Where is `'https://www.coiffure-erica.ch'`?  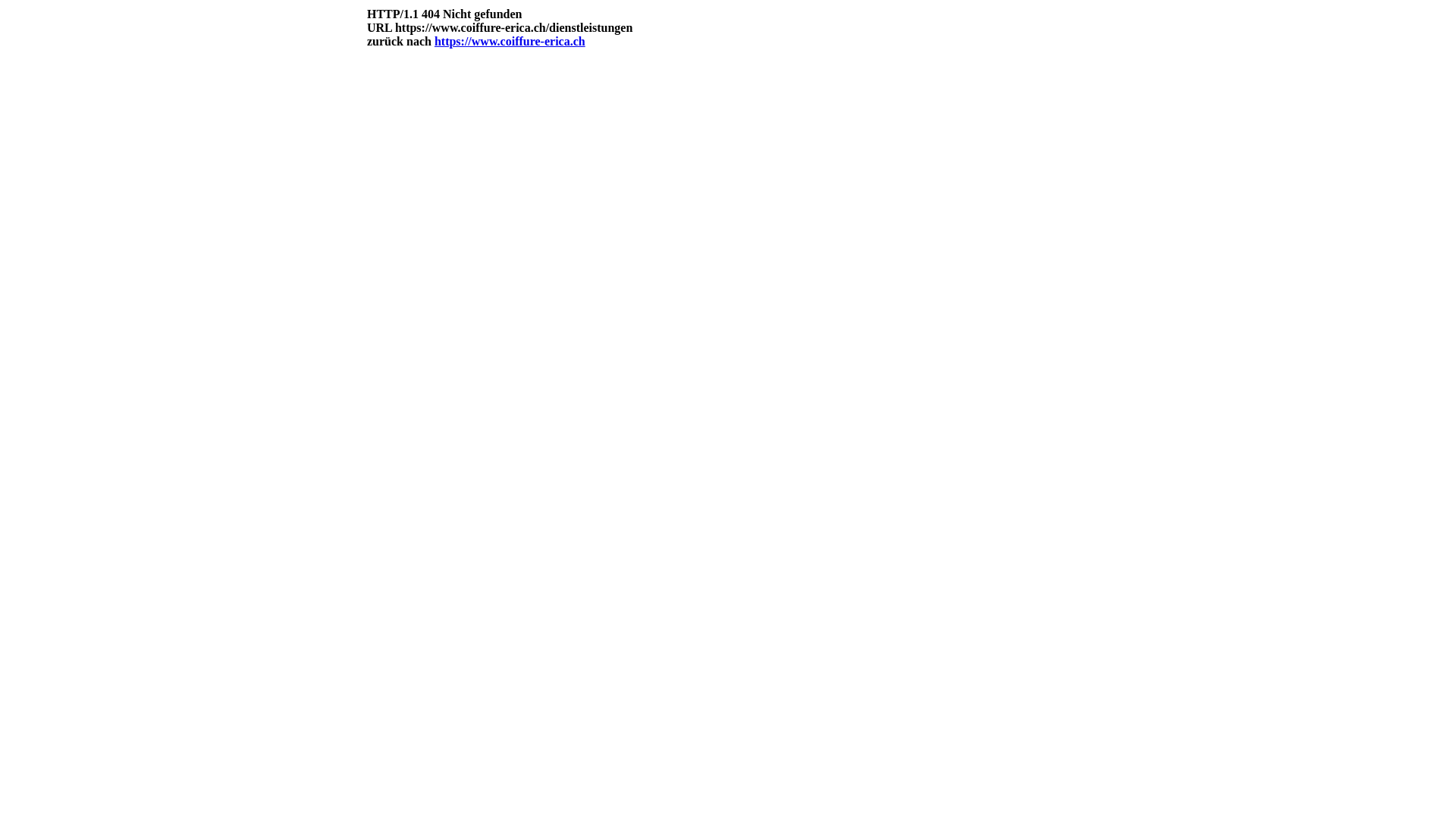 'https://www.coiffure-erica.ch' is located at coordinates (433, 40).